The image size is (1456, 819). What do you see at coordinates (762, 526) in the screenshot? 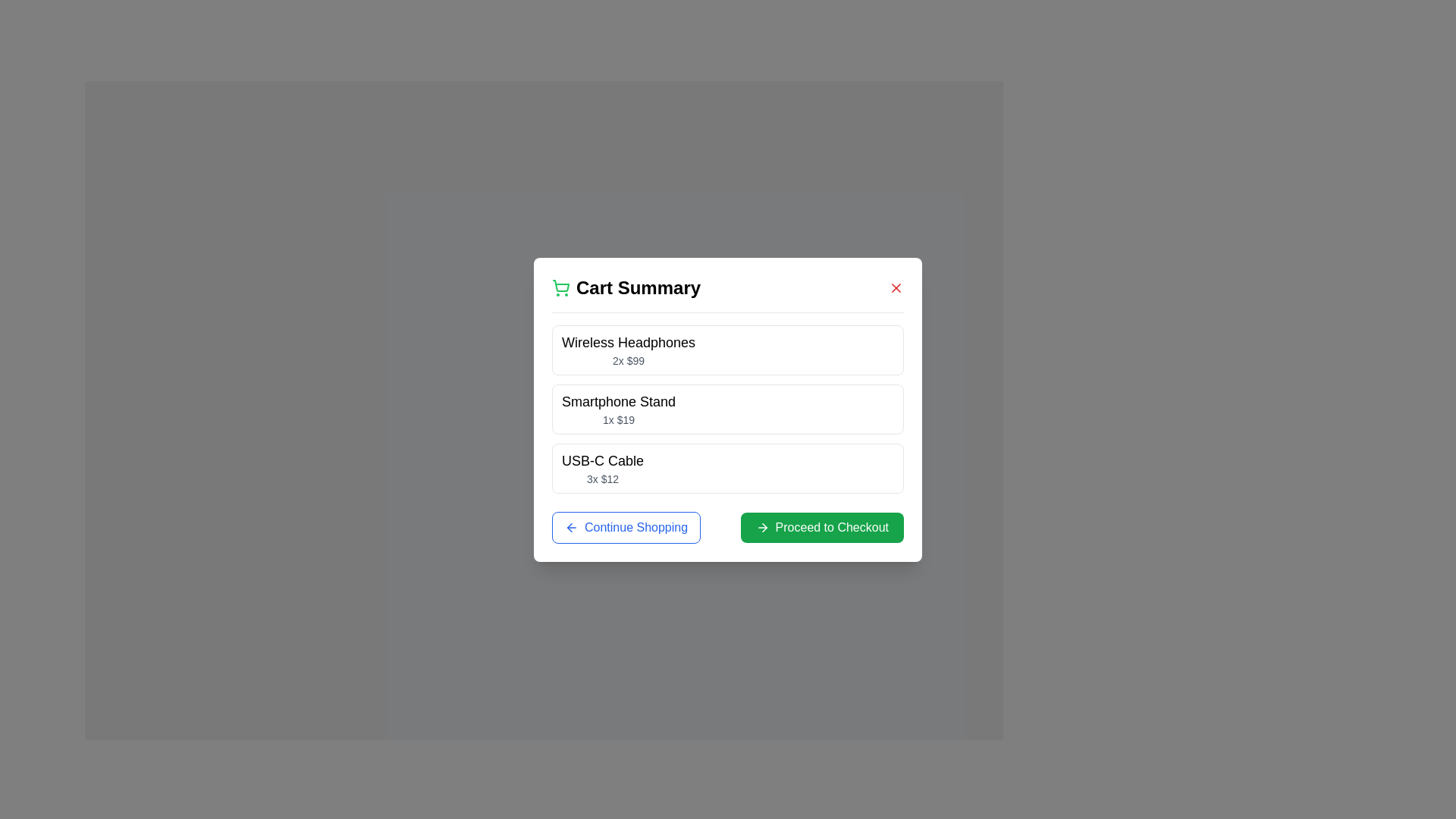
I see `the arrow icon which is a simple line drawing styled with a green background, located to the right of the 'Proceed to Checkout' button in the 'Cart Summary' modal` at bounding box center [762, 526].